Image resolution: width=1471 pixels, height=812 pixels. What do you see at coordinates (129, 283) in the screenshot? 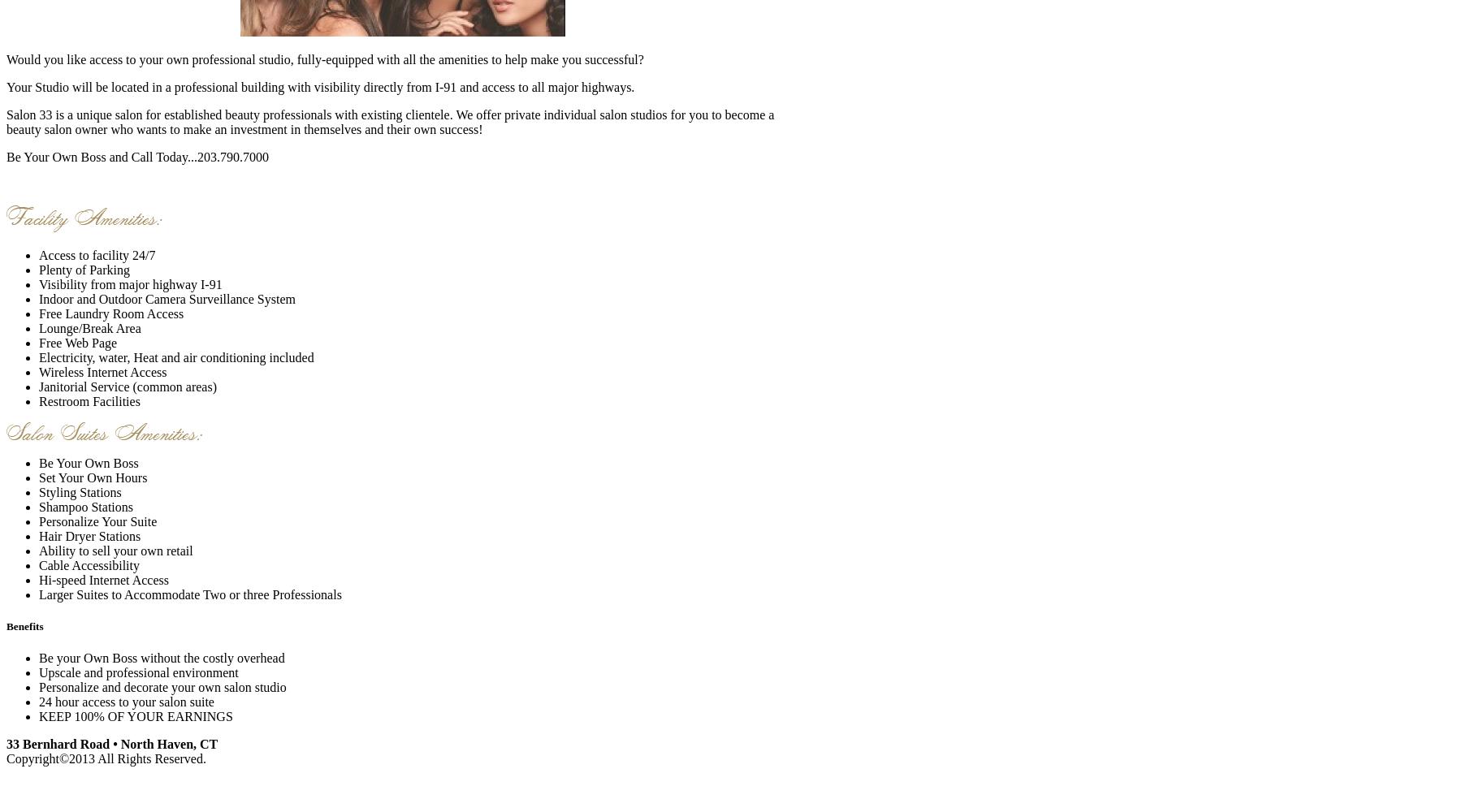
I see `'Visibility from major highway I-91'` at bounding box center [129, 283].